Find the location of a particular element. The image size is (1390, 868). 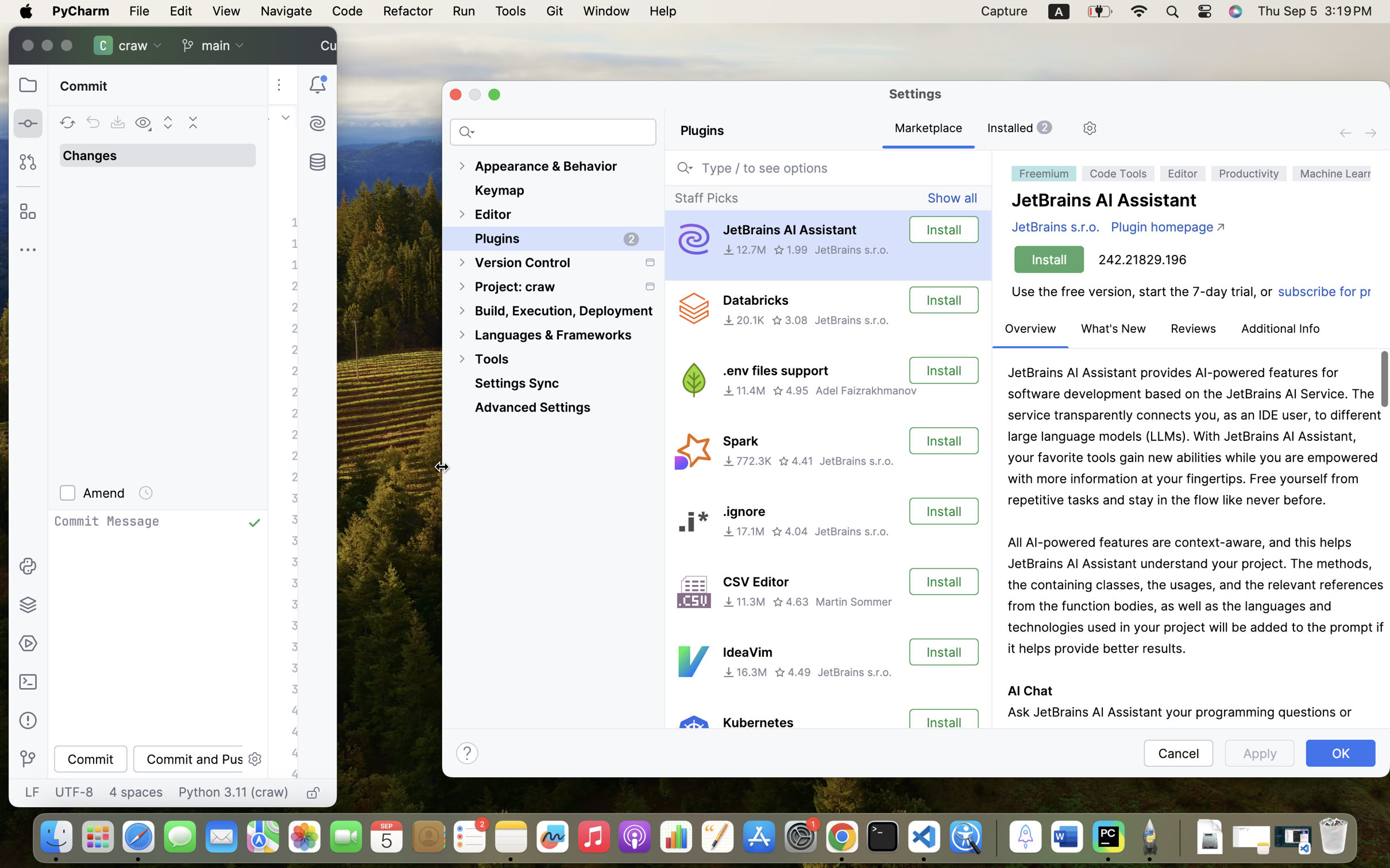

'.ignore' is located at coordinates (743, 511).